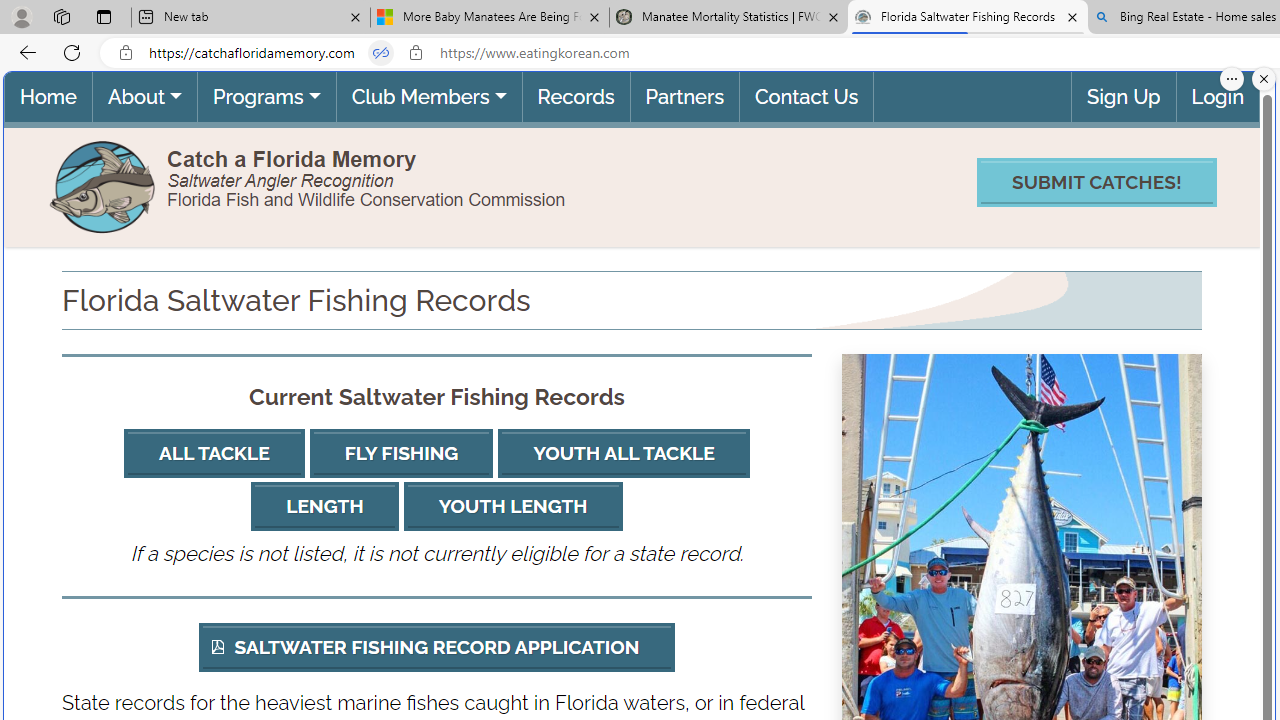 The width and height of the screenshot is (1280, 720). Describe the element at coordinates (48, 96) in the screenshot. I see `'Home (current)'` at that location.